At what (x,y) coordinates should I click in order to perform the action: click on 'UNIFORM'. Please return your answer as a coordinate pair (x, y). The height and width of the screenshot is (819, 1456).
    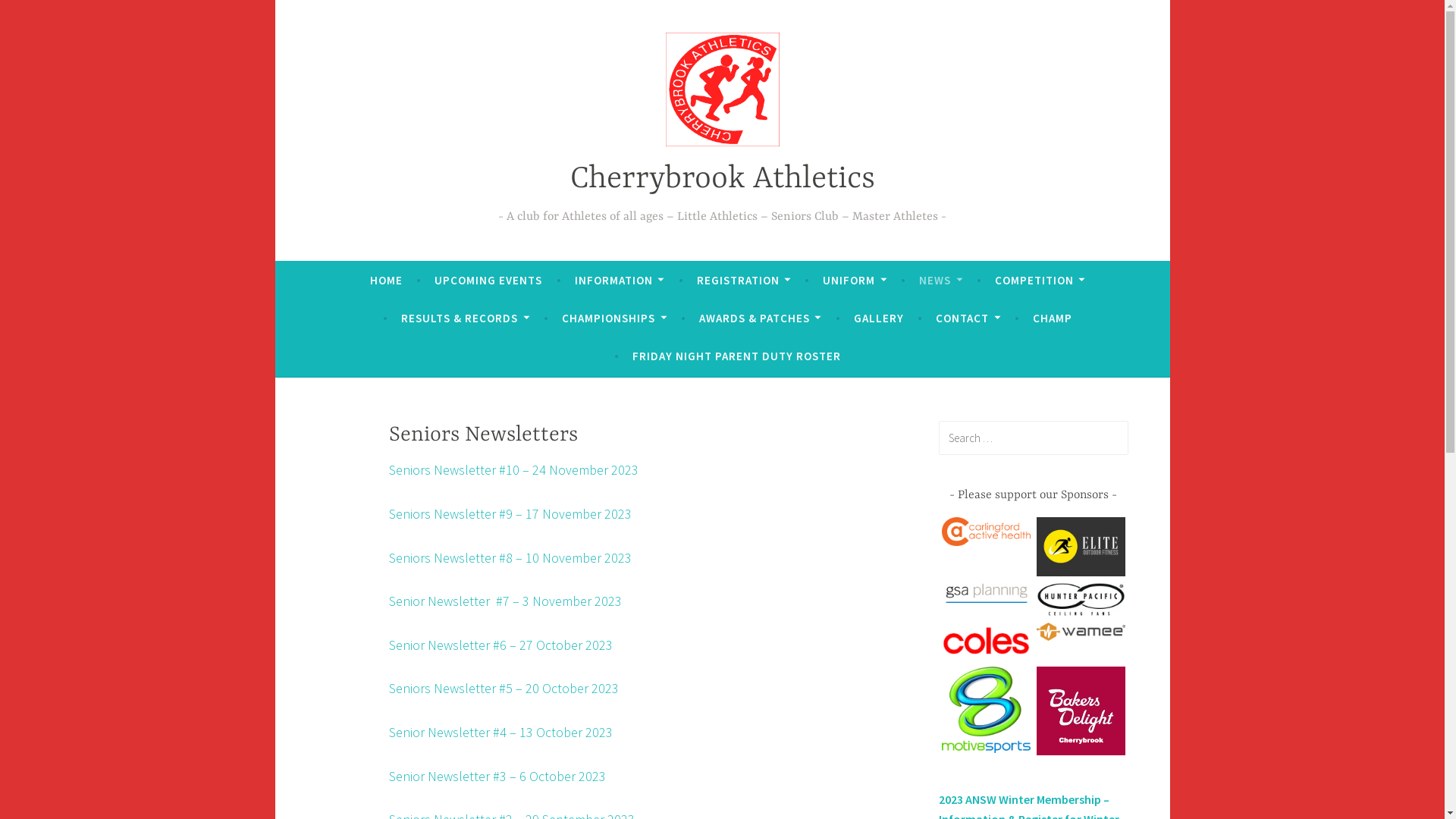
    Looking at the image, I should click on (821, 281).